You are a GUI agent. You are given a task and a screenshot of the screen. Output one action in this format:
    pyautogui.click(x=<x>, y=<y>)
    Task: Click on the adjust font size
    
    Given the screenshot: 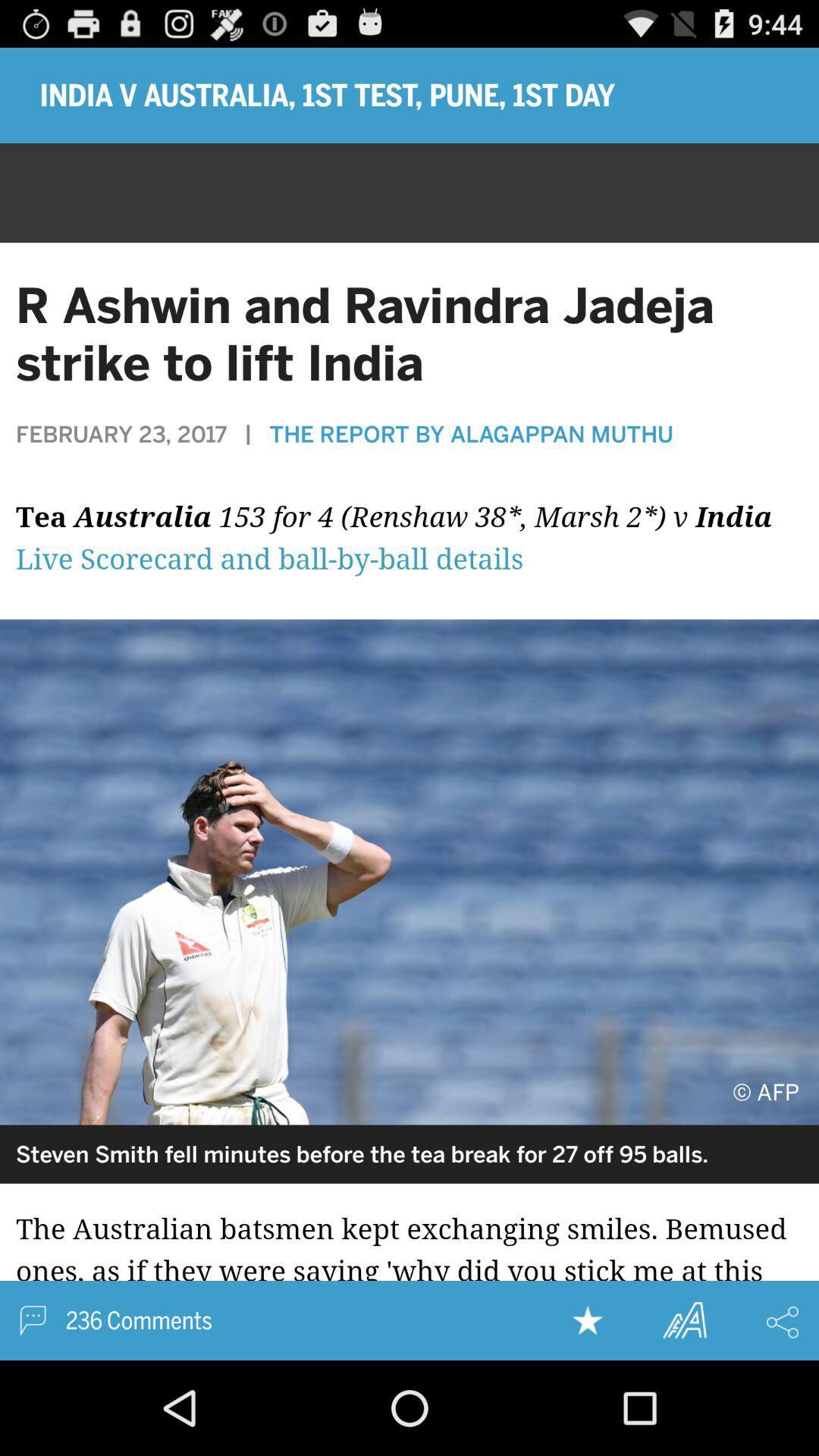 What is the action you would take?
    pyautogui.click(x=684, y=1319)
    